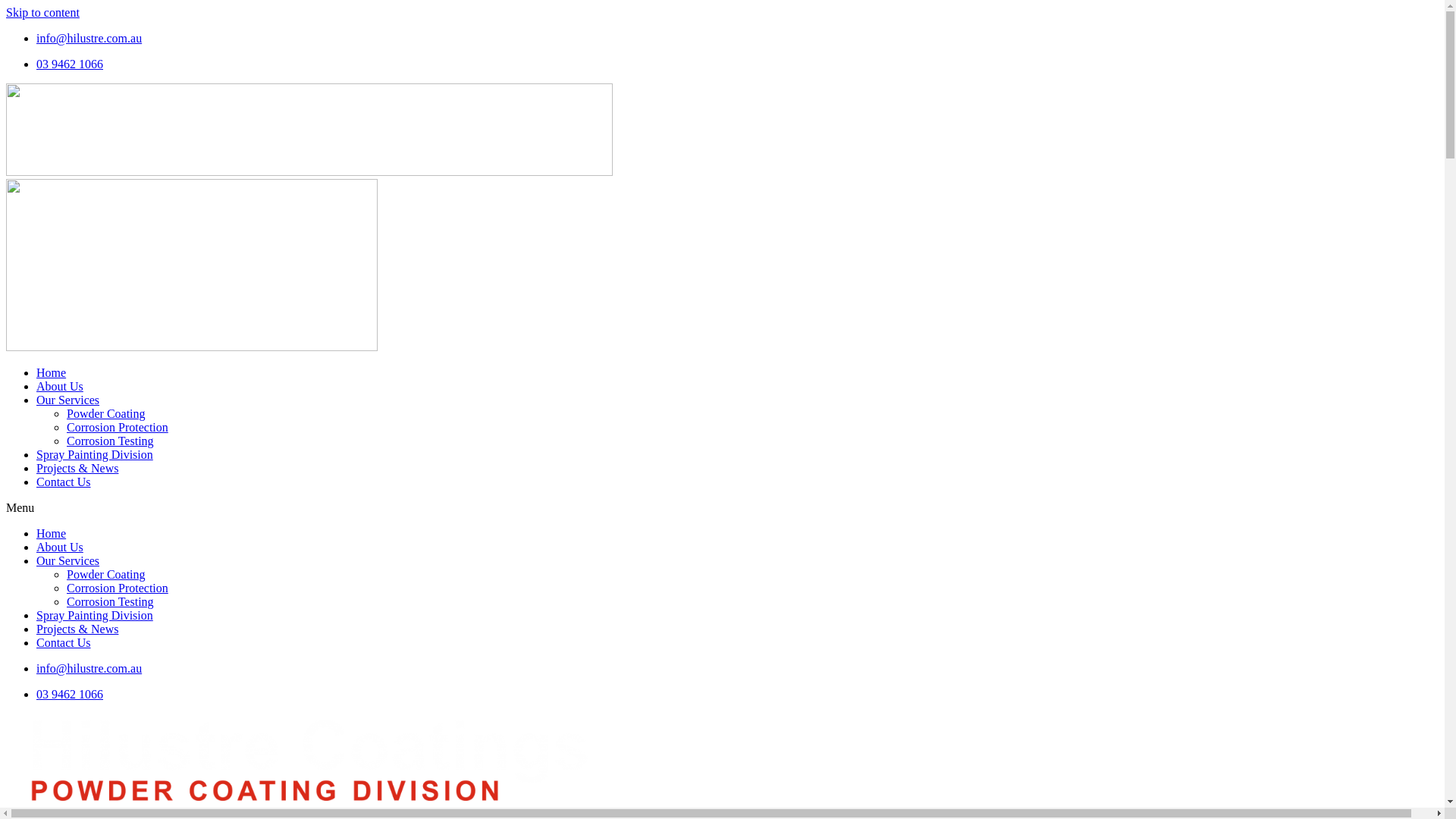  Describe the element at coordinates (68, 63) in the screenshot. I see `'03 9462 1066'` at that location.